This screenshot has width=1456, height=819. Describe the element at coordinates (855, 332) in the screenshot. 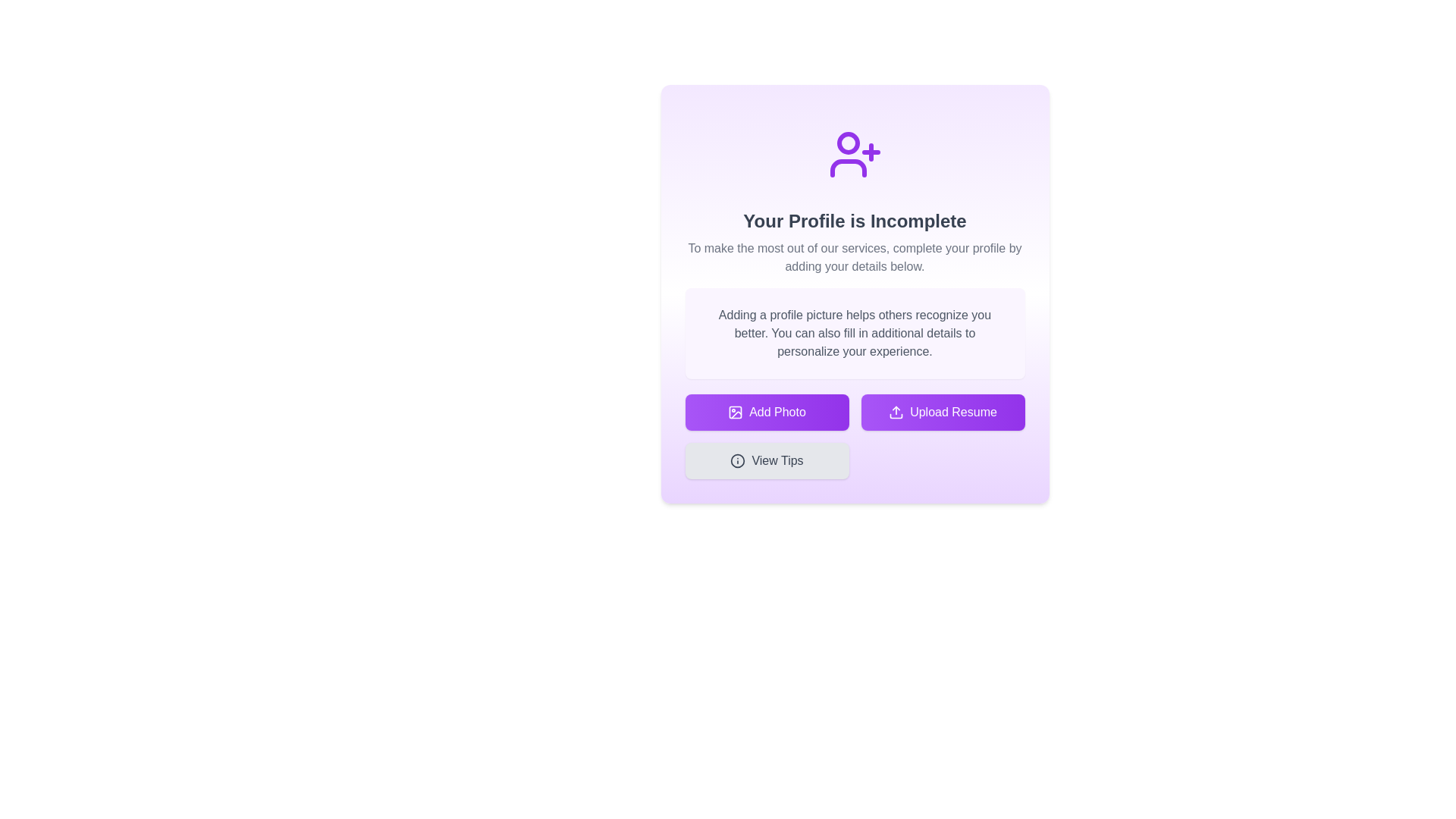

I see `the informational text block with a light purple background that provides guidance about adding a profile picture, located beneath the header 'Your Profile is Incomplete'` at that location.